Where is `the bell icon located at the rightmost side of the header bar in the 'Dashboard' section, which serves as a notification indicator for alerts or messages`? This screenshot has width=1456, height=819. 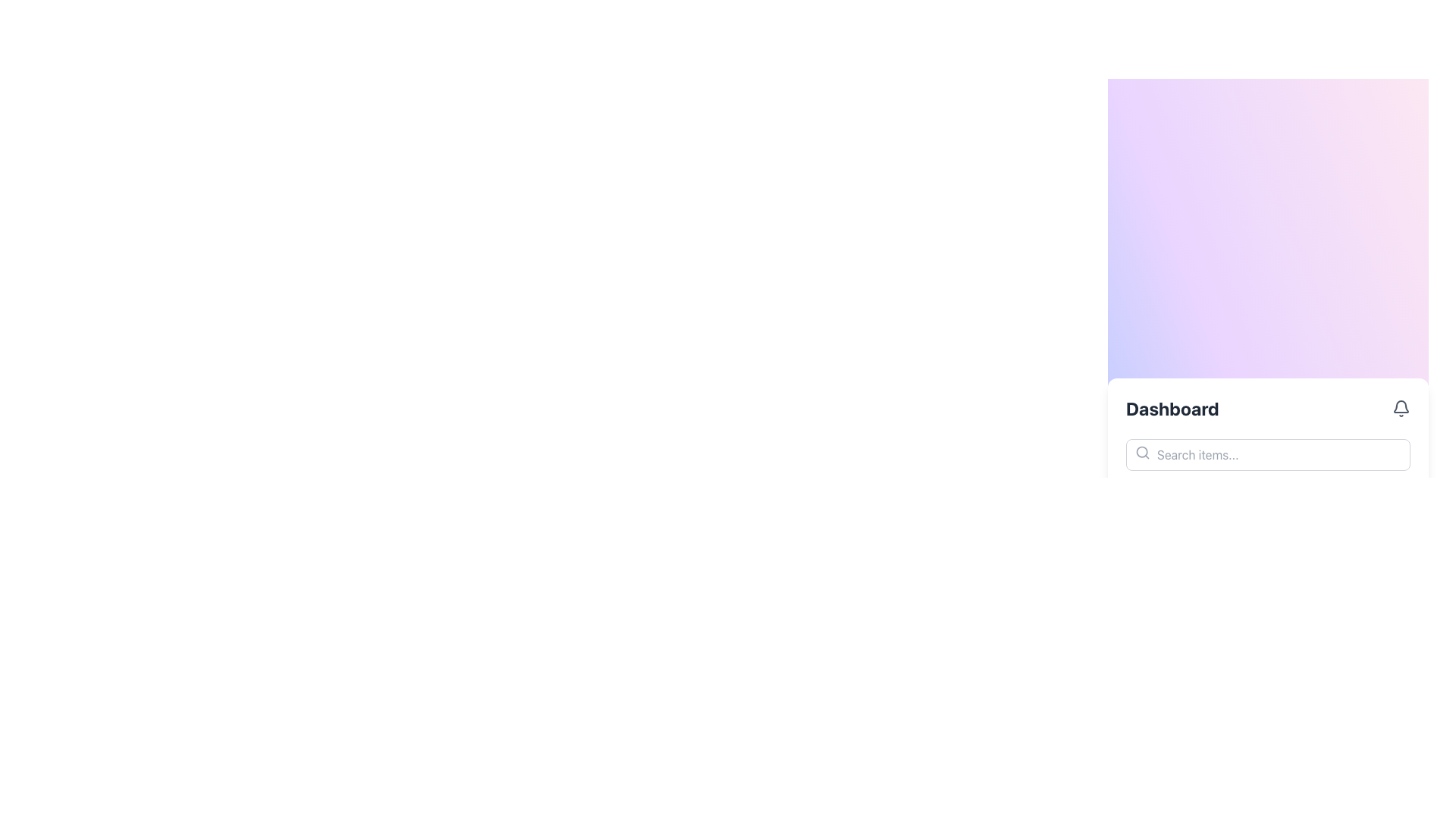
the bell icon located at the rightmost side of the header bar in the 'Dashboard' section, which serves as a notification indicator for alerts or messages is located at coordinates (1401, 406).